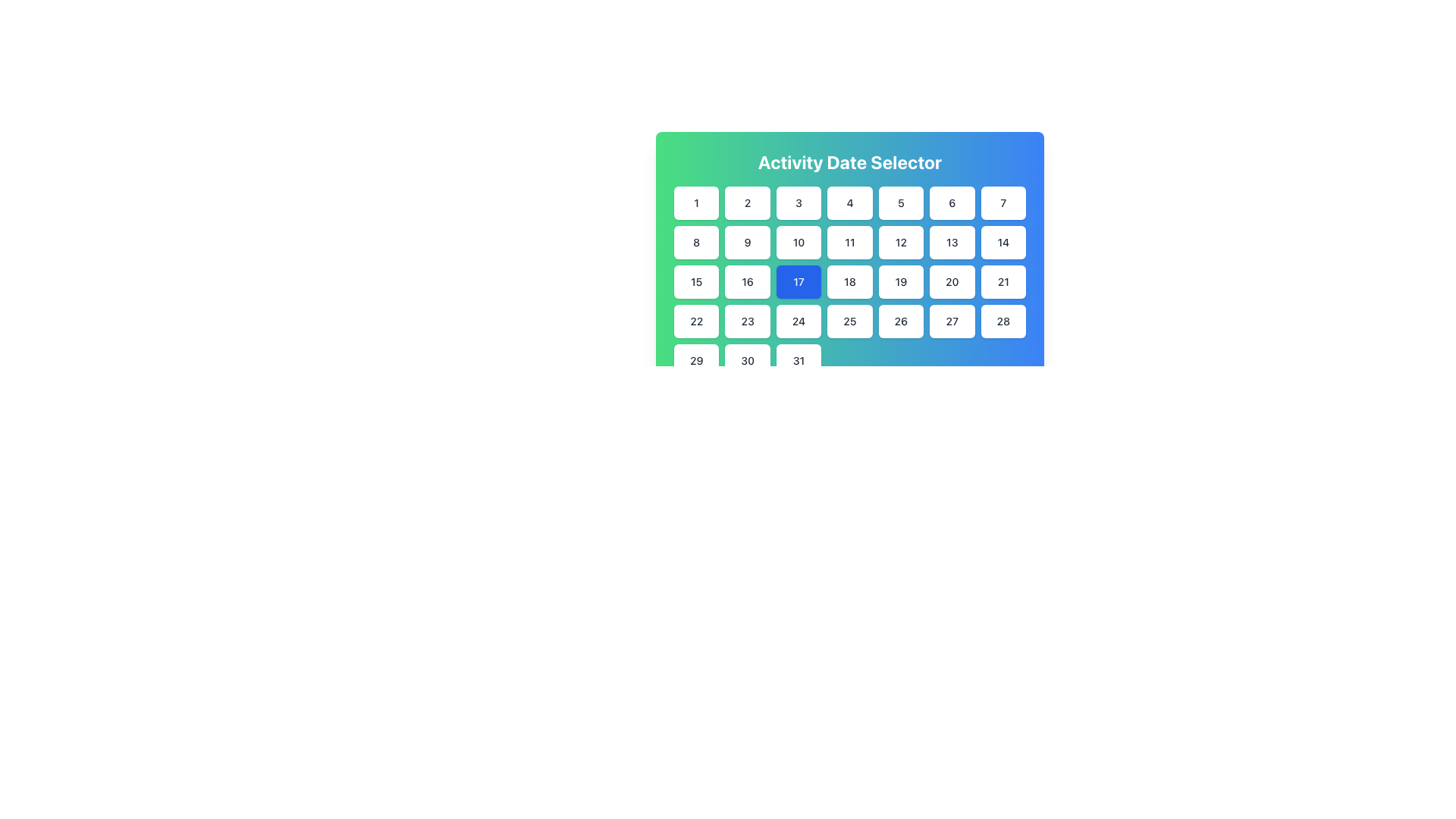  Describe the element at coordinates (901, 242) in the screenshot. I see `the calendar button representing the 12th day of the month` at that location.